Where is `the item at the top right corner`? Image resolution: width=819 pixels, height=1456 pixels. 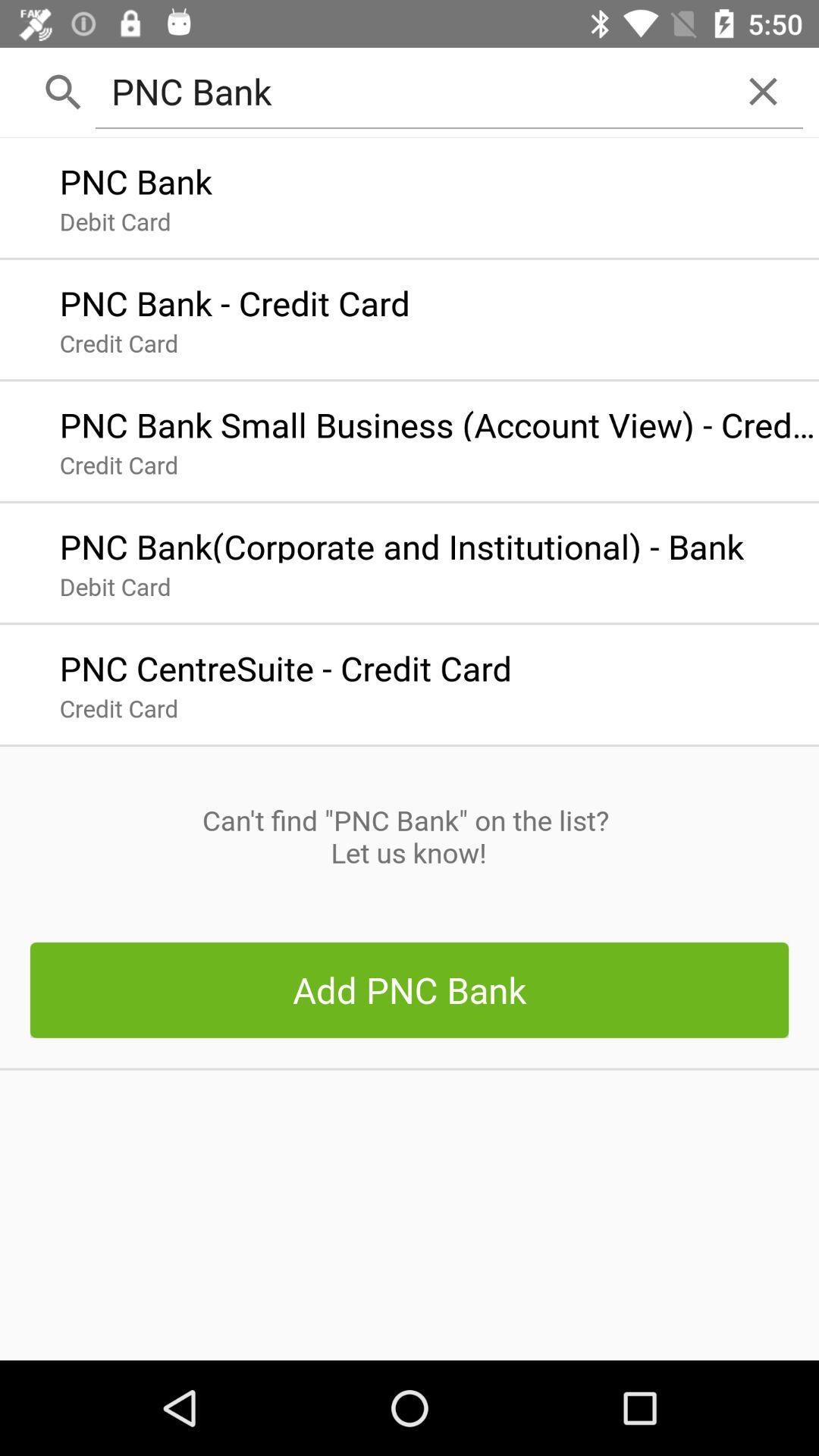
the item at the top right corner is located at coordinates (763, 90).